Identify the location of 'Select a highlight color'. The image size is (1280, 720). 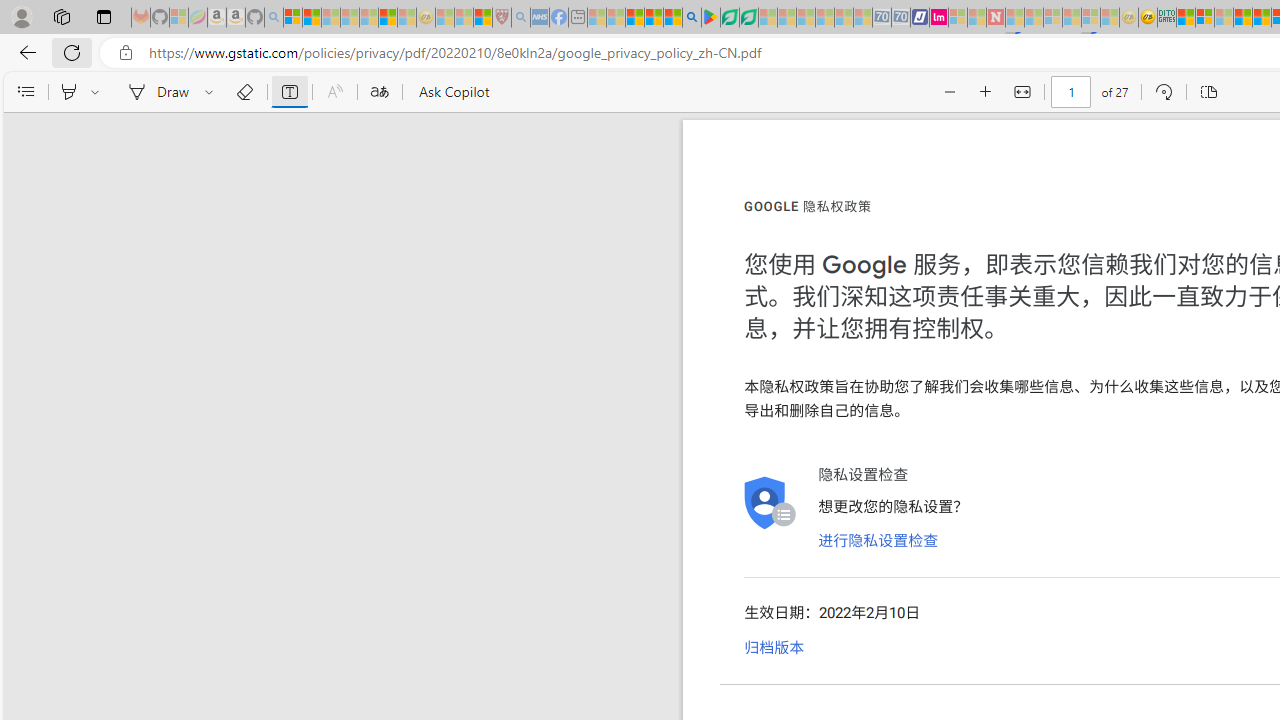
(97, 92).